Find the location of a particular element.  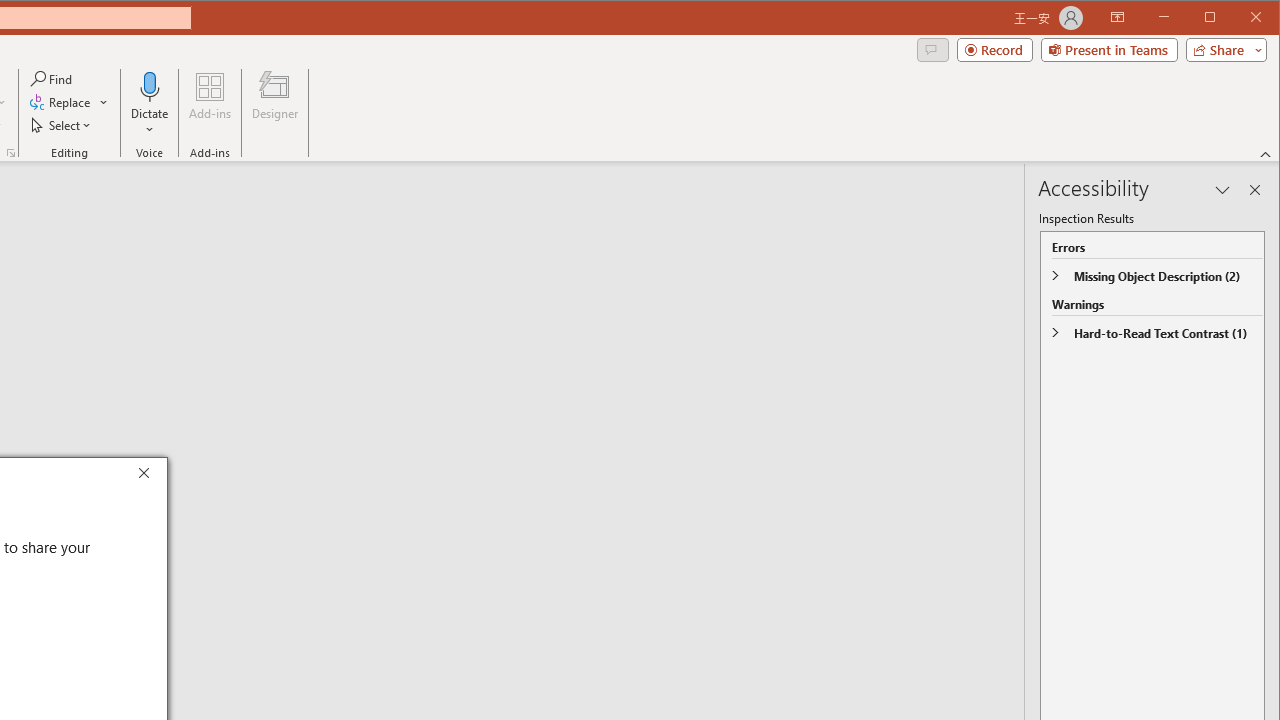

'Find...' is located at coordinates (53, 78).